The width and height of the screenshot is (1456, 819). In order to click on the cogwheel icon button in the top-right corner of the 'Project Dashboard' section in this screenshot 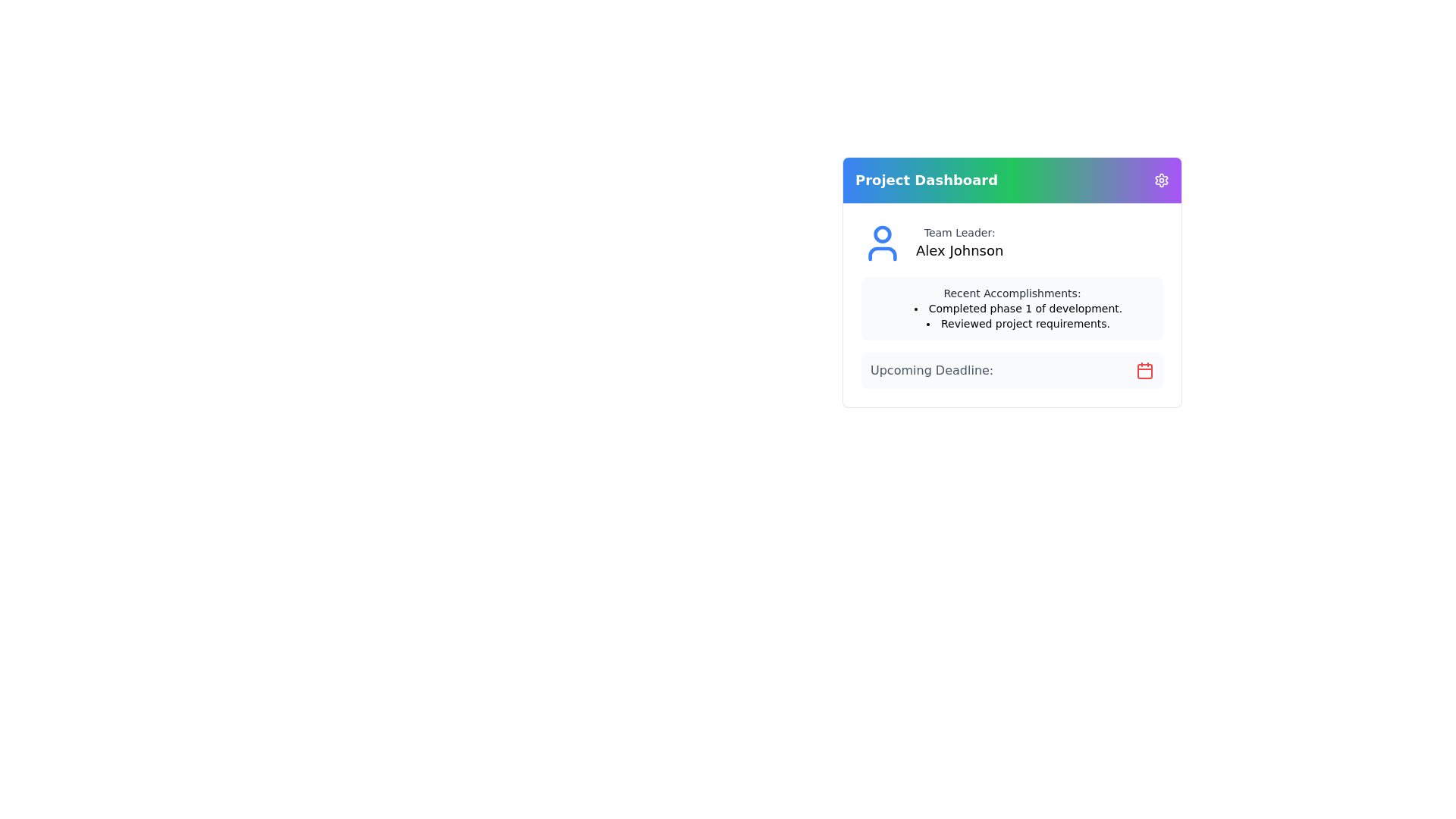, I will do `click(1160, 180)`.